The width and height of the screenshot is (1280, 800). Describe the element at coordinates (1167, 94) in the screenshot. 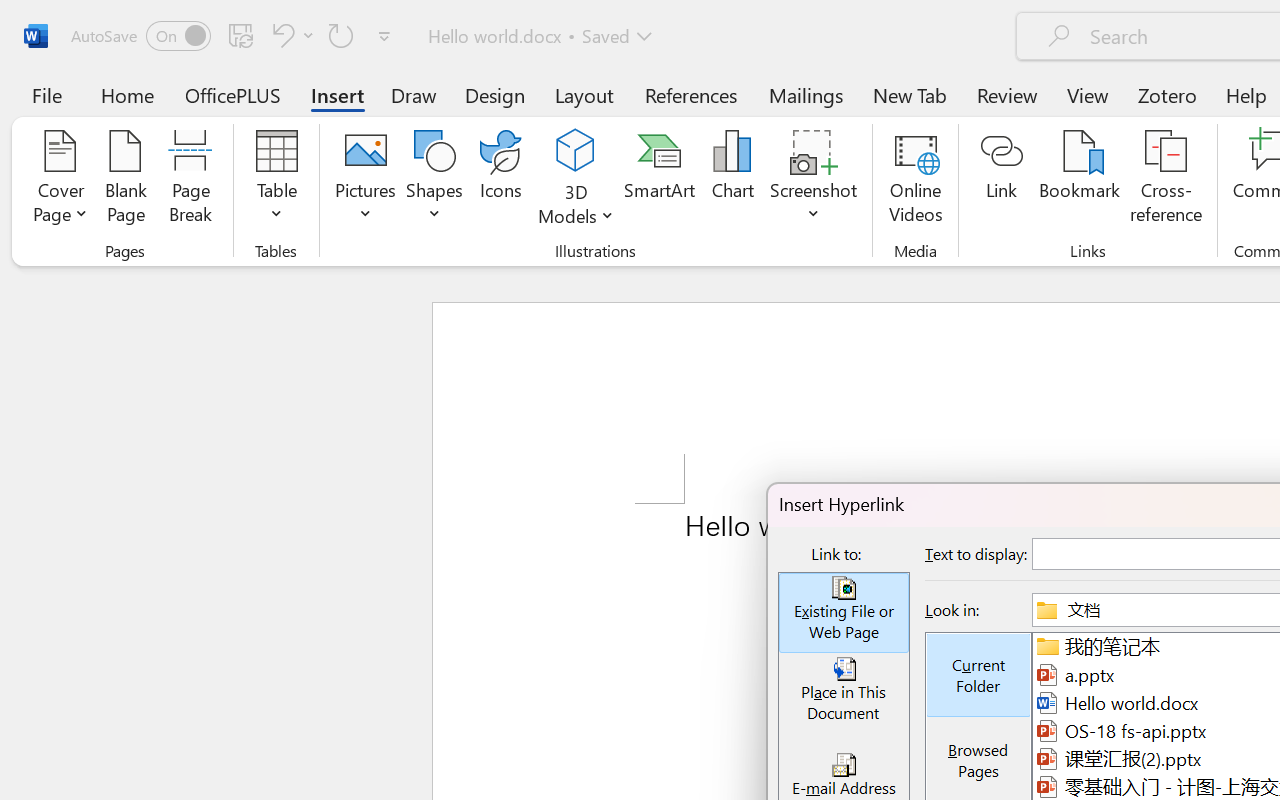

I see `'Zotero'` at that location.